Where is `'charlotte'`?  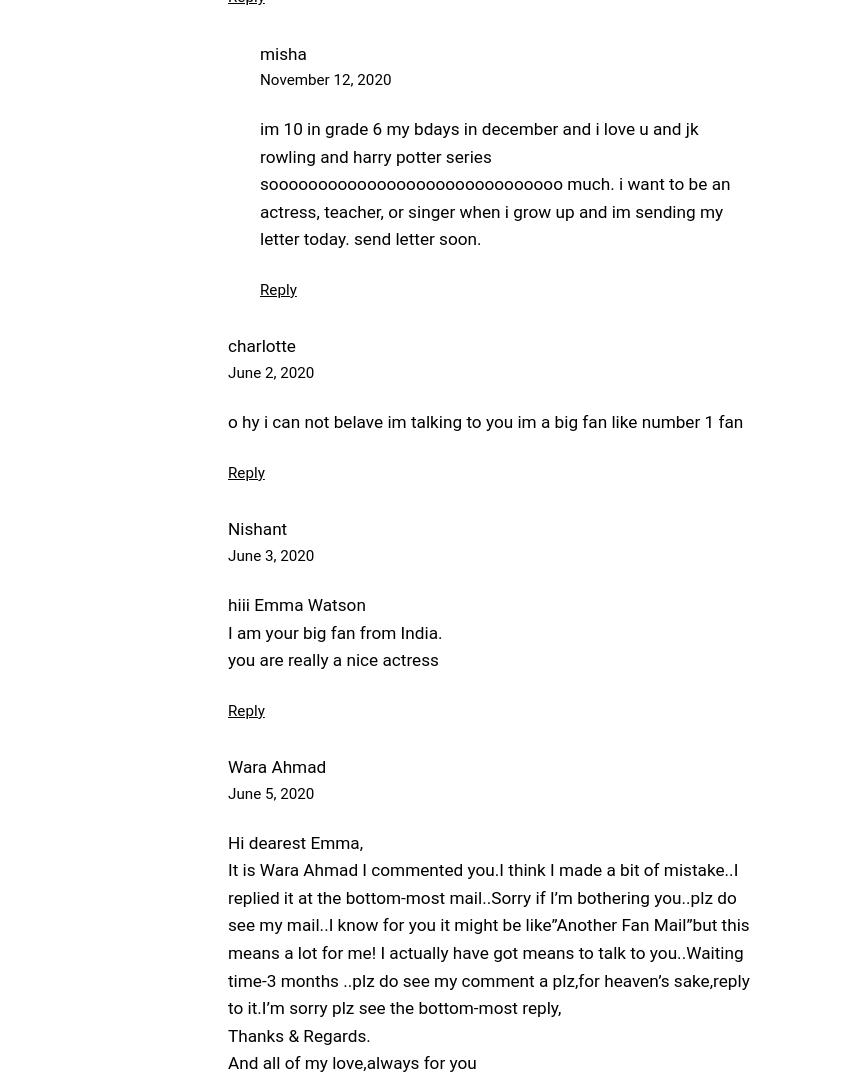
'charlotte' is located at coordinates (260, 345).